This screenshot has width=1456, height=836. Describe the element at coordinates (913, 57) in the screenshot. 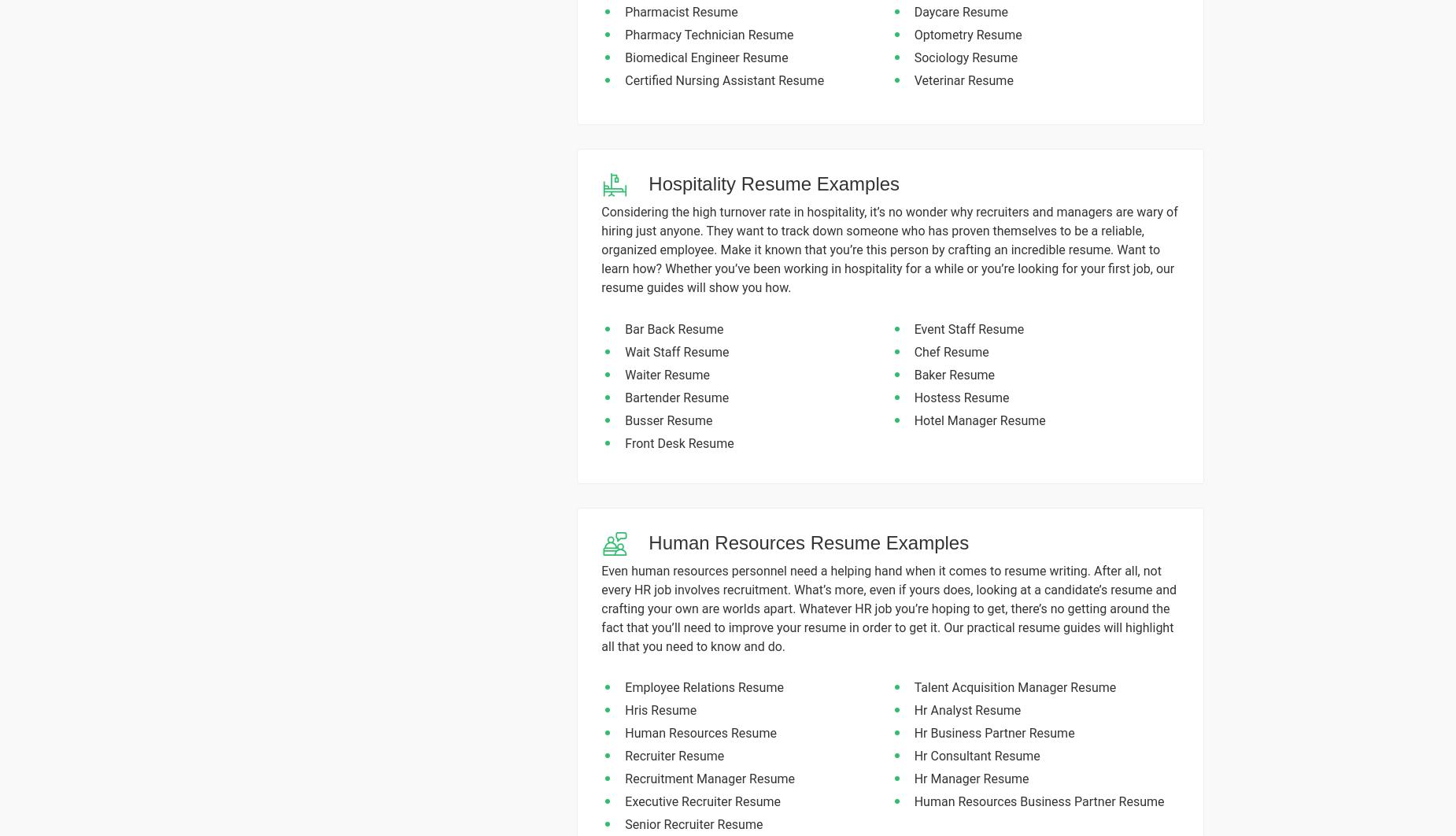

I see `'Sociology Resume'` at that location.